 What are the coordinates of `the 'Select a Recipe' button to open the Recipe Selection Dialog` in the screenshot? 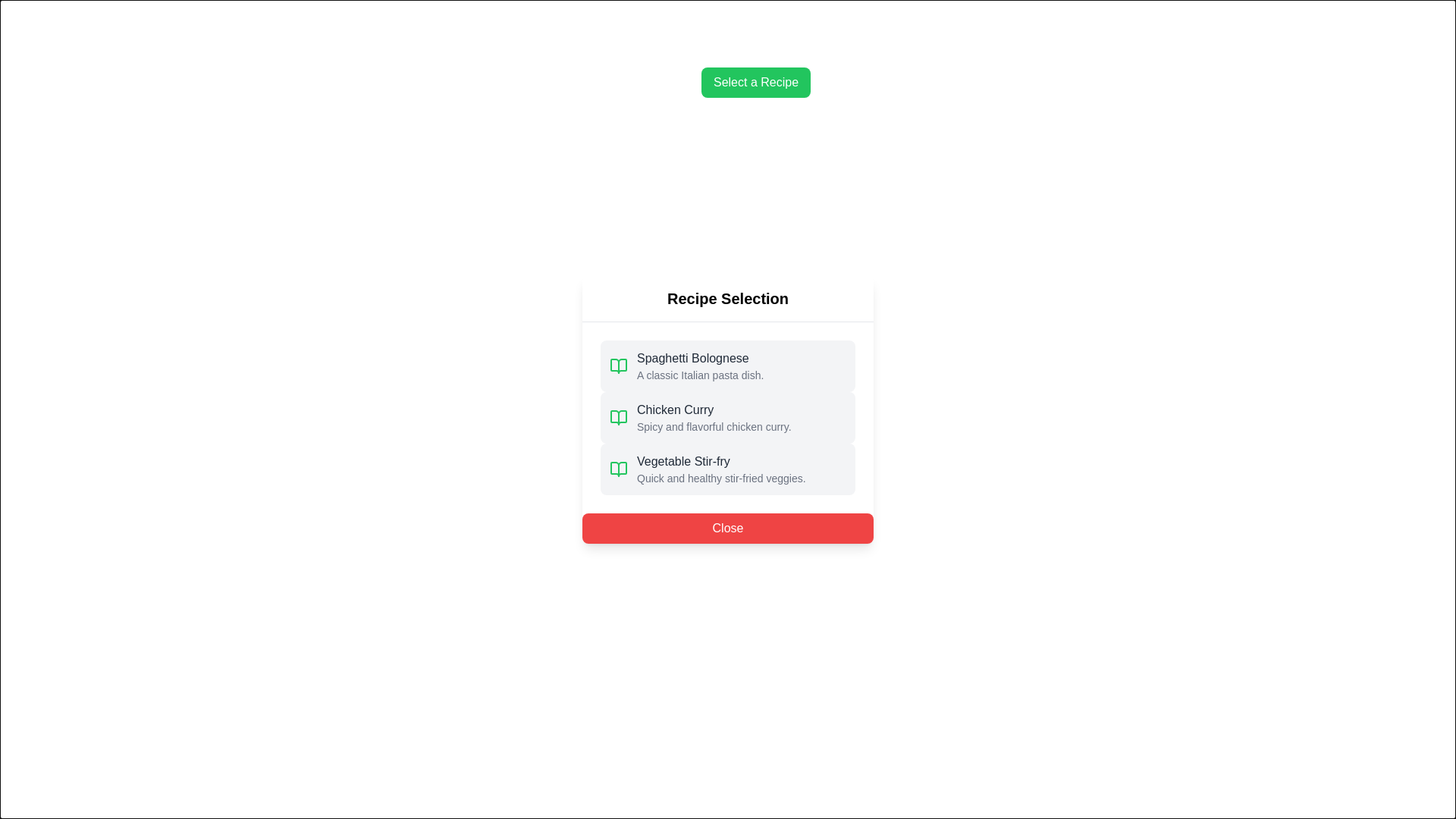 It's located at (756, 82).